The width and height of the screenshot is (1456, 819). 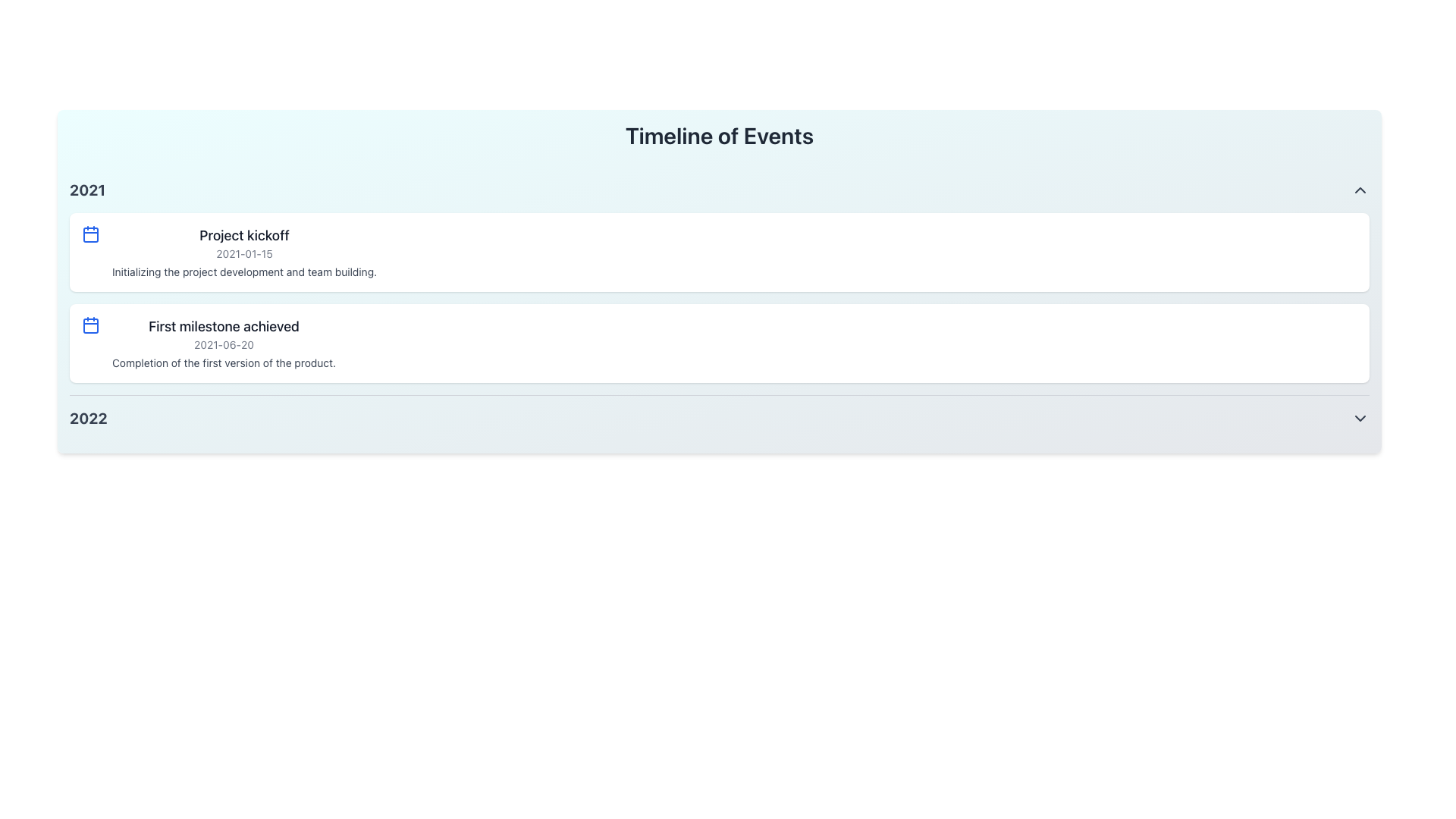 I want to click on the upward-pointing dark gray arrow icon located in the header labeled '2021', so click(x=1360, y=189).